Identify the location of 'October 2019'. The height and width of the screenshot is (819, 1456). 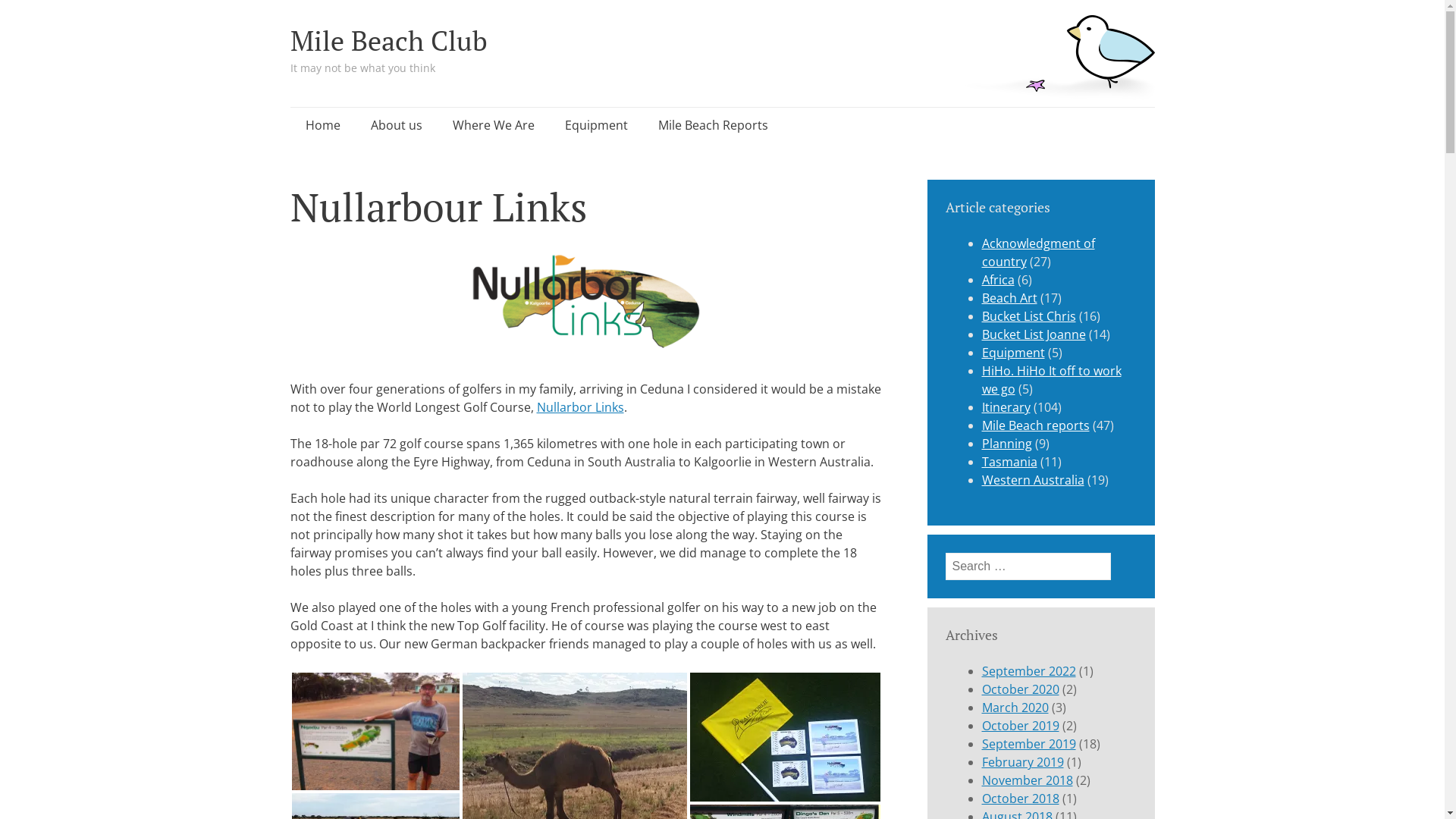
(1019, 724).